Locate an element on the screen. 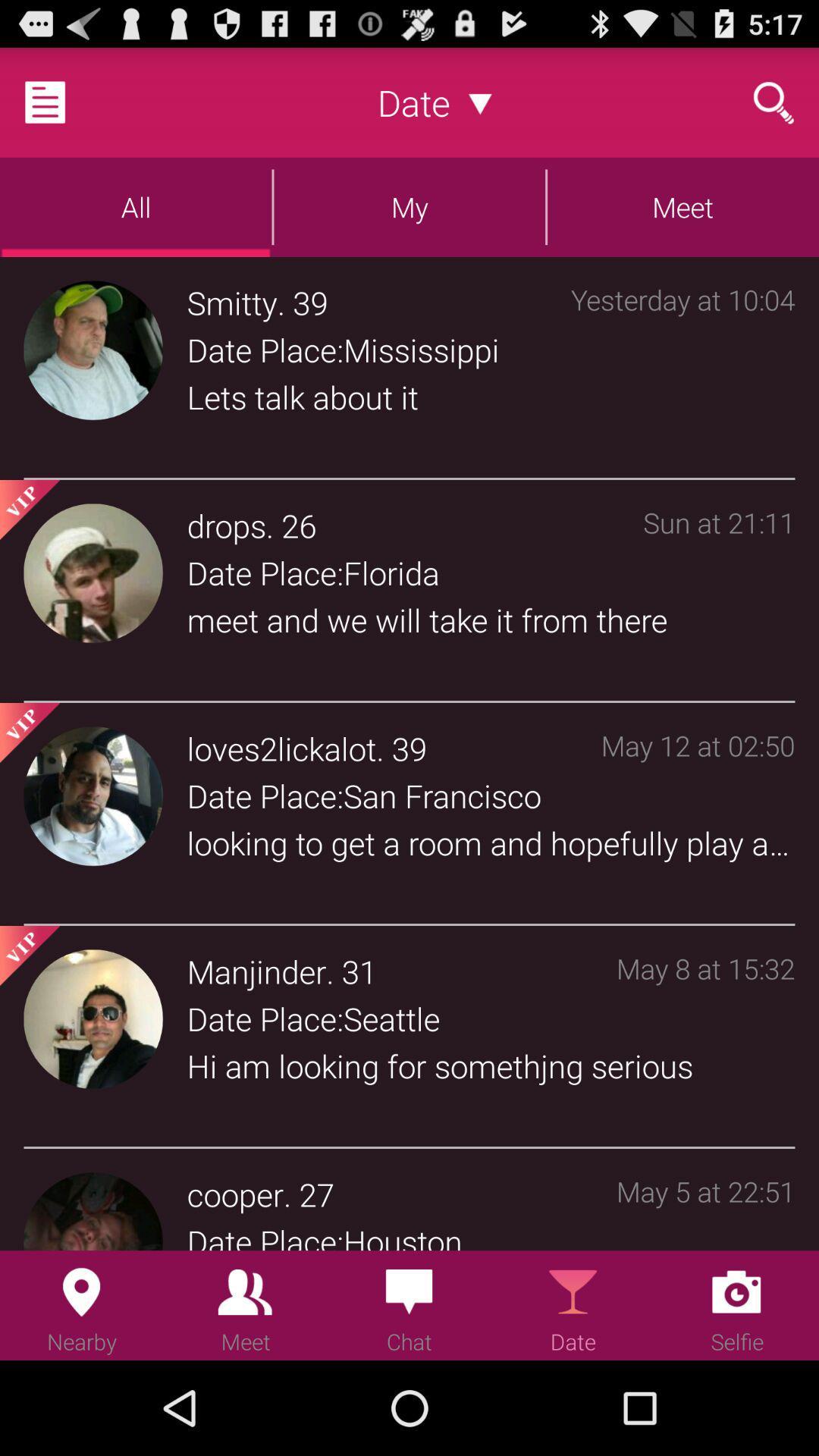 The width and height of the screenshot is (819, 1456). the cooper is located at coordinates (235, 1193).